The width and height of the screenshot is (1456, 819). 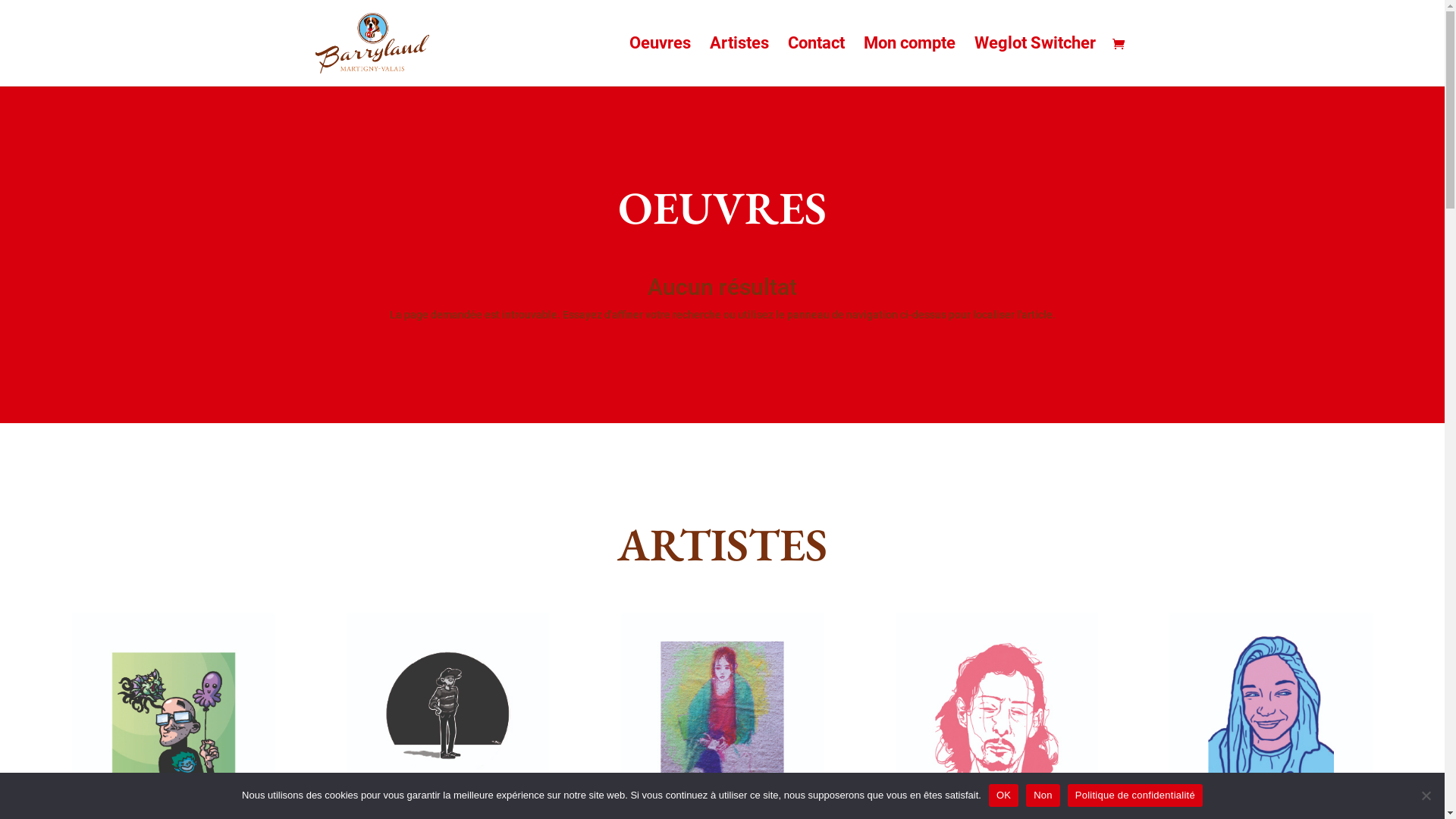 What do you see at coordinates (1425, 795) in the screenshot?
I see `'Non'` at bounding box center [1425, 795].